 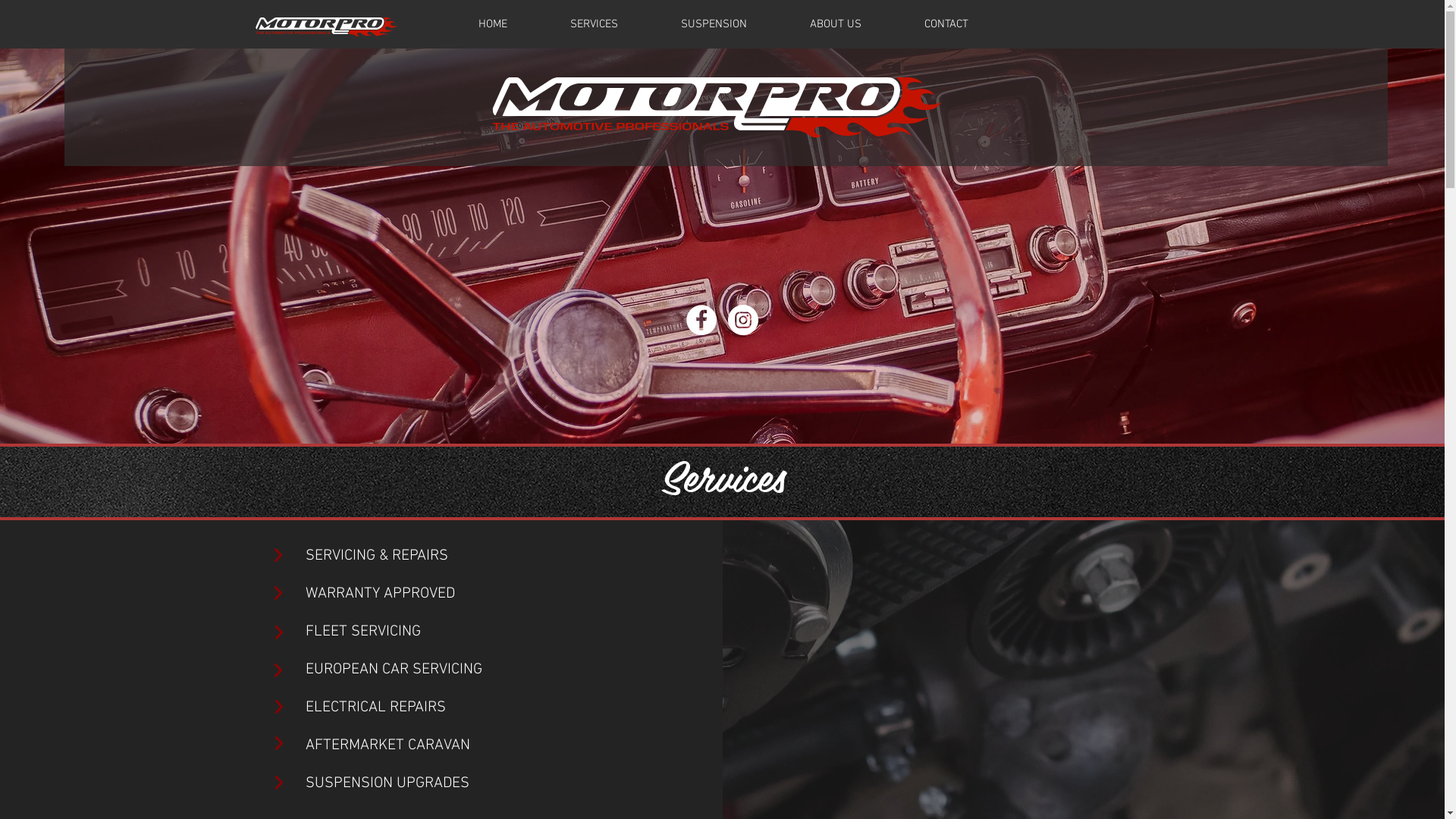 What do you see at coordinates (592, 24) in the screenshot?
I see `'SERVICES'` at bounding box center [592, 24].